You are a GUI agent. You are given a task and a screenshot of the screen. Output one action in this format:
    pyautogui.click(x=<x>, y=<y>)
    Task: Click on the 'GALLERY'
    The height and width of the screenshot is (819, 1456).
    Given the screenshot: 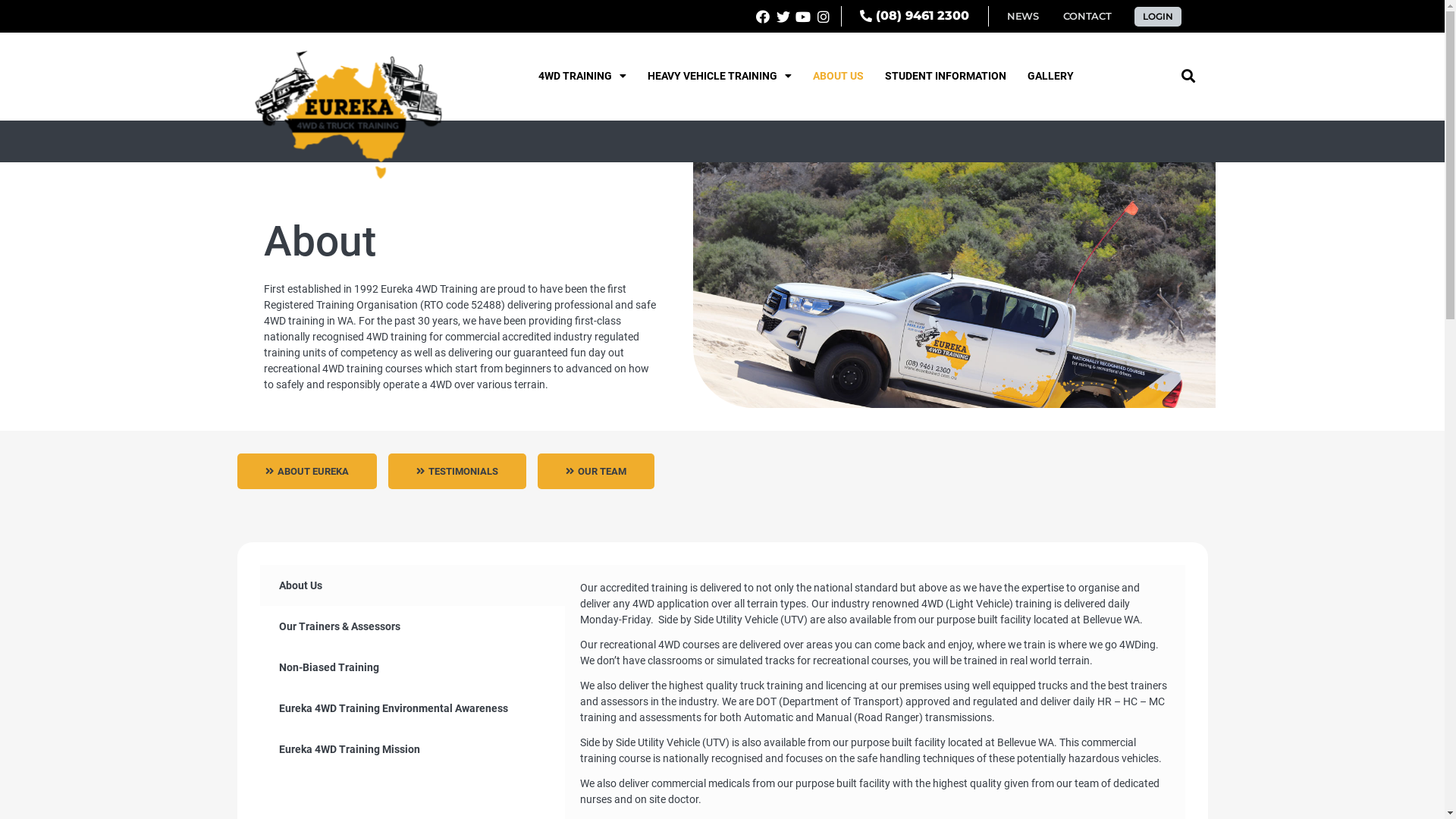 What is the action you would take?
    pyautogui.click(x=1050, y=76)
    